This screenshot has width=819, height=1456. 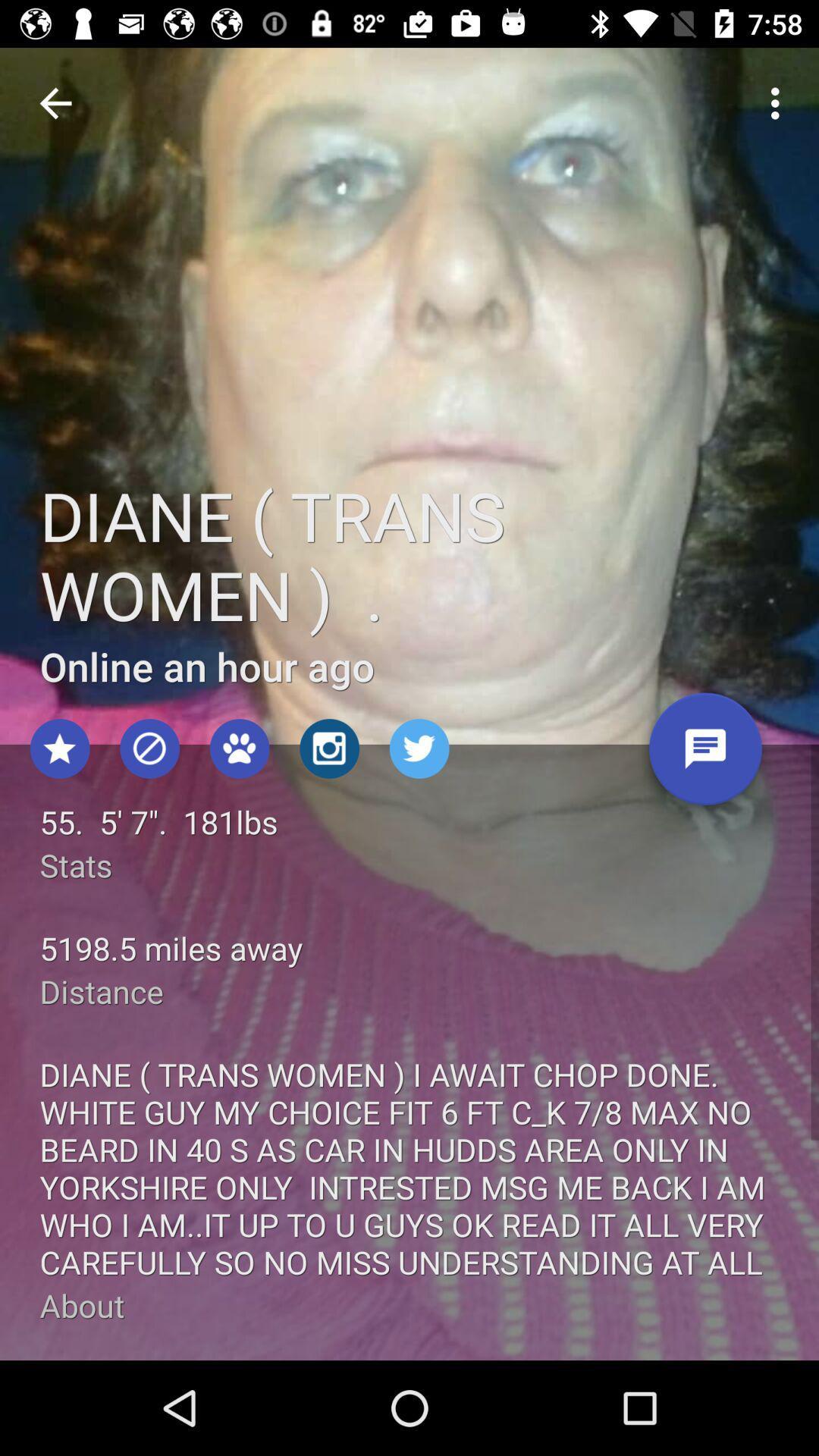 What do you see at coordinates (705, 755) in the screenshot?
I see `tap to message` at bounding box center [705, 755].